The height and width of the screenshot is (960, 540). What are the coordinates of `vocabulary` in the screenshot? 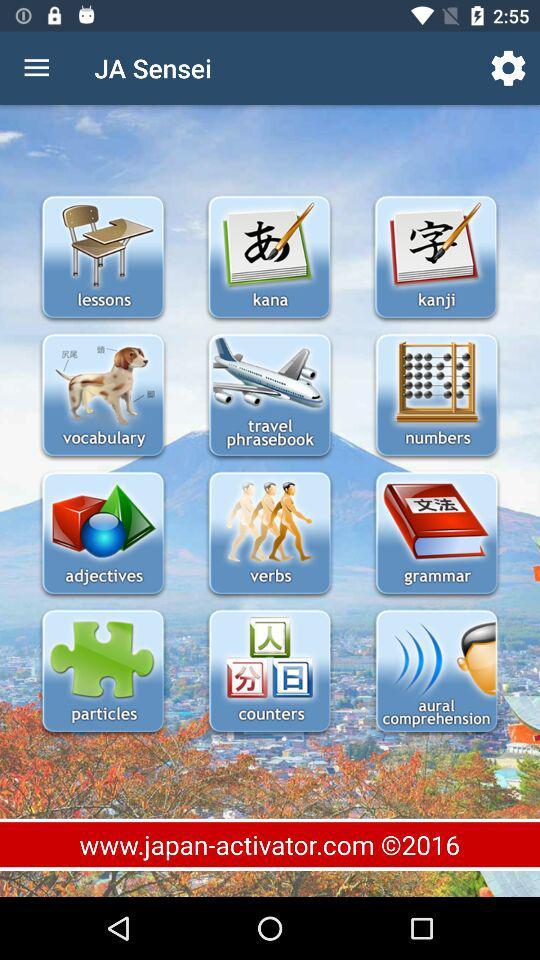 It's located at (103, 396).